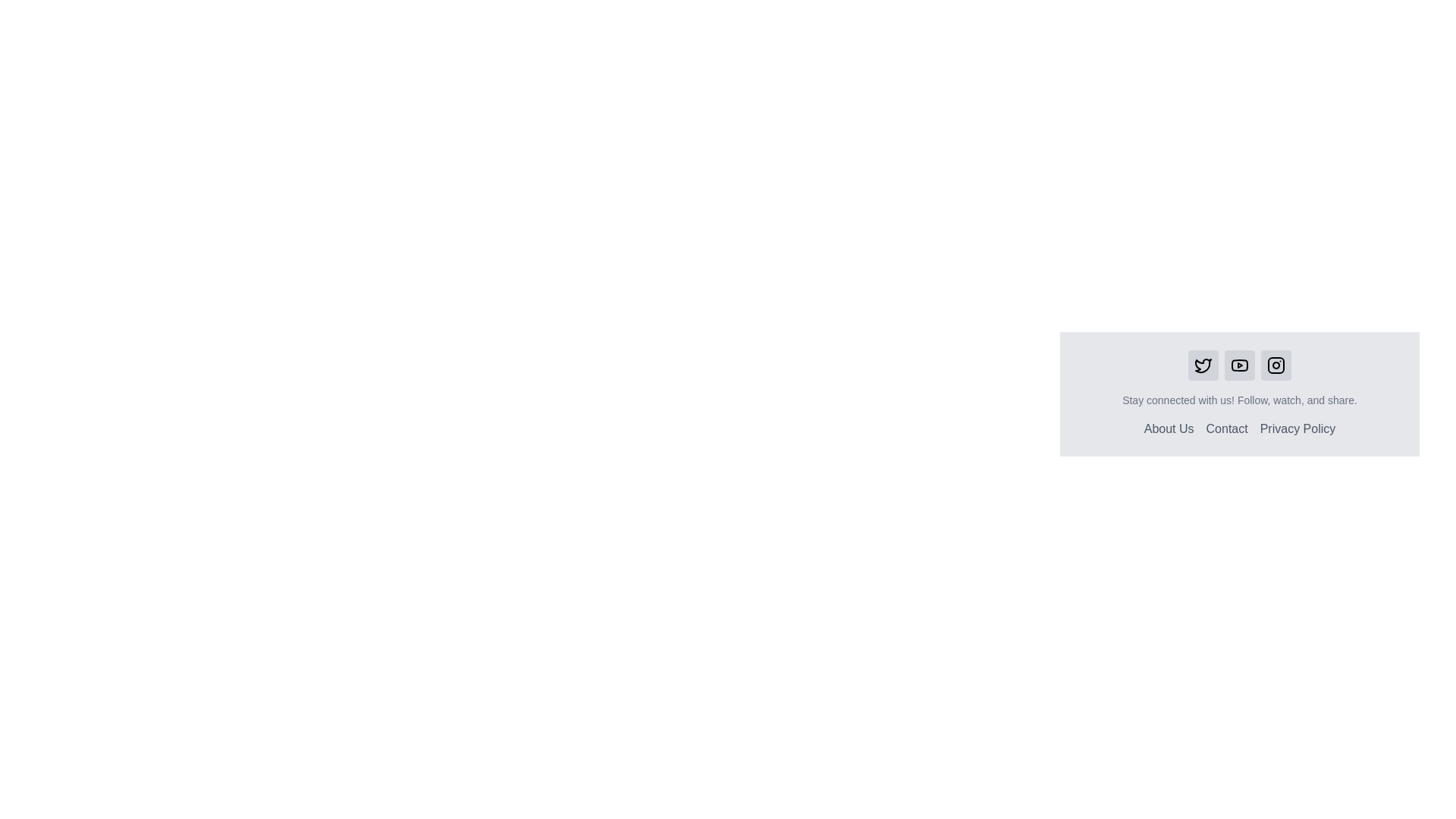 The image size is (1456, 819). Describe the element at coordinates (1240, 366) in the screenshot. I see `the YouTube icon button located in the lower-central section of the interface, specifically the second icon among three circular icons representing social media platforms` at that location.